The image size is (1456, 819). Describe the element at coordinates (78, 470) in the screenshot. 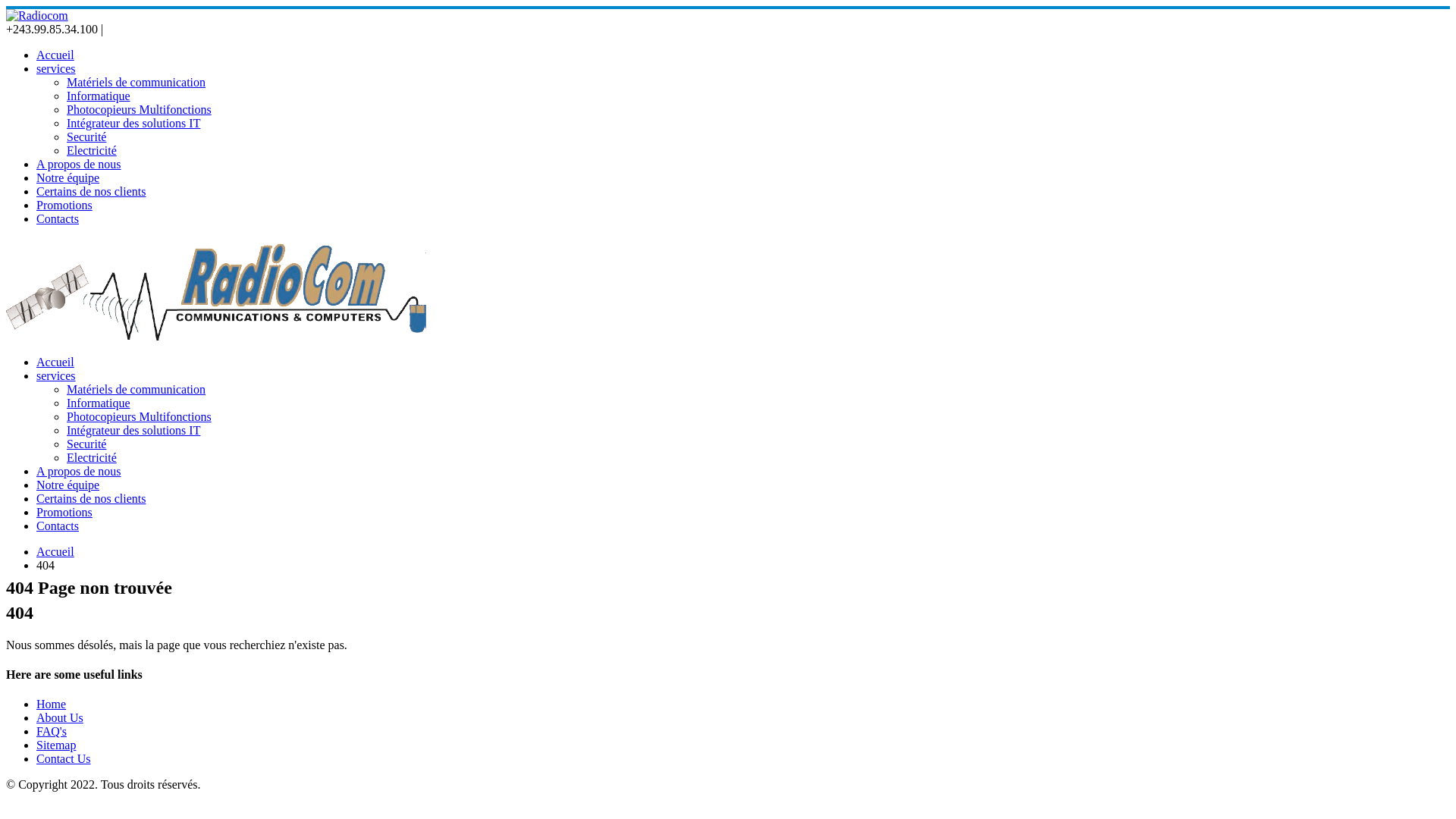

I see `'A propos de nous'` at that location.